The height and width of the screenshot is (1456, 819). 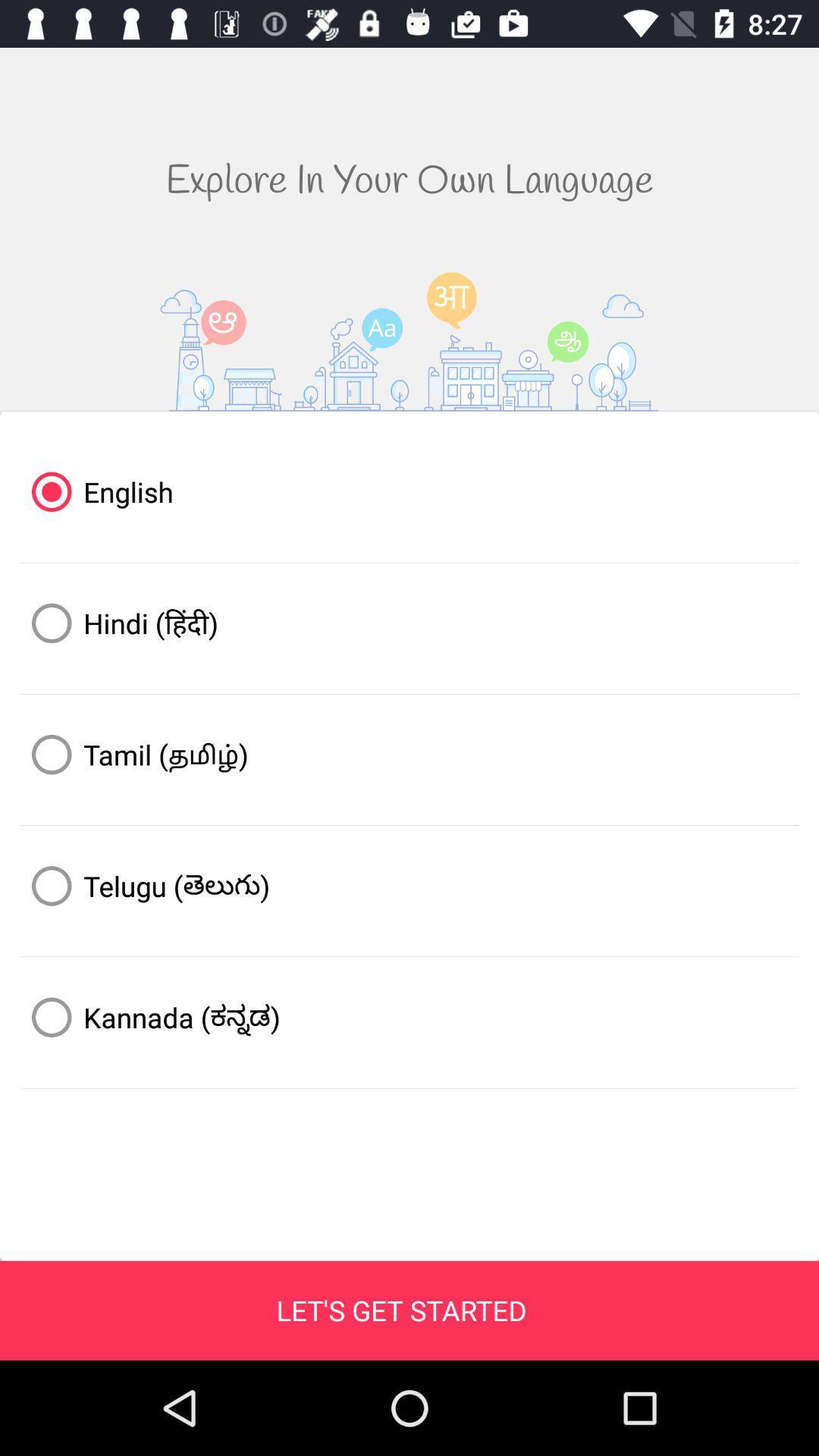 I want to click on the english item, so click(x=409, y=491).